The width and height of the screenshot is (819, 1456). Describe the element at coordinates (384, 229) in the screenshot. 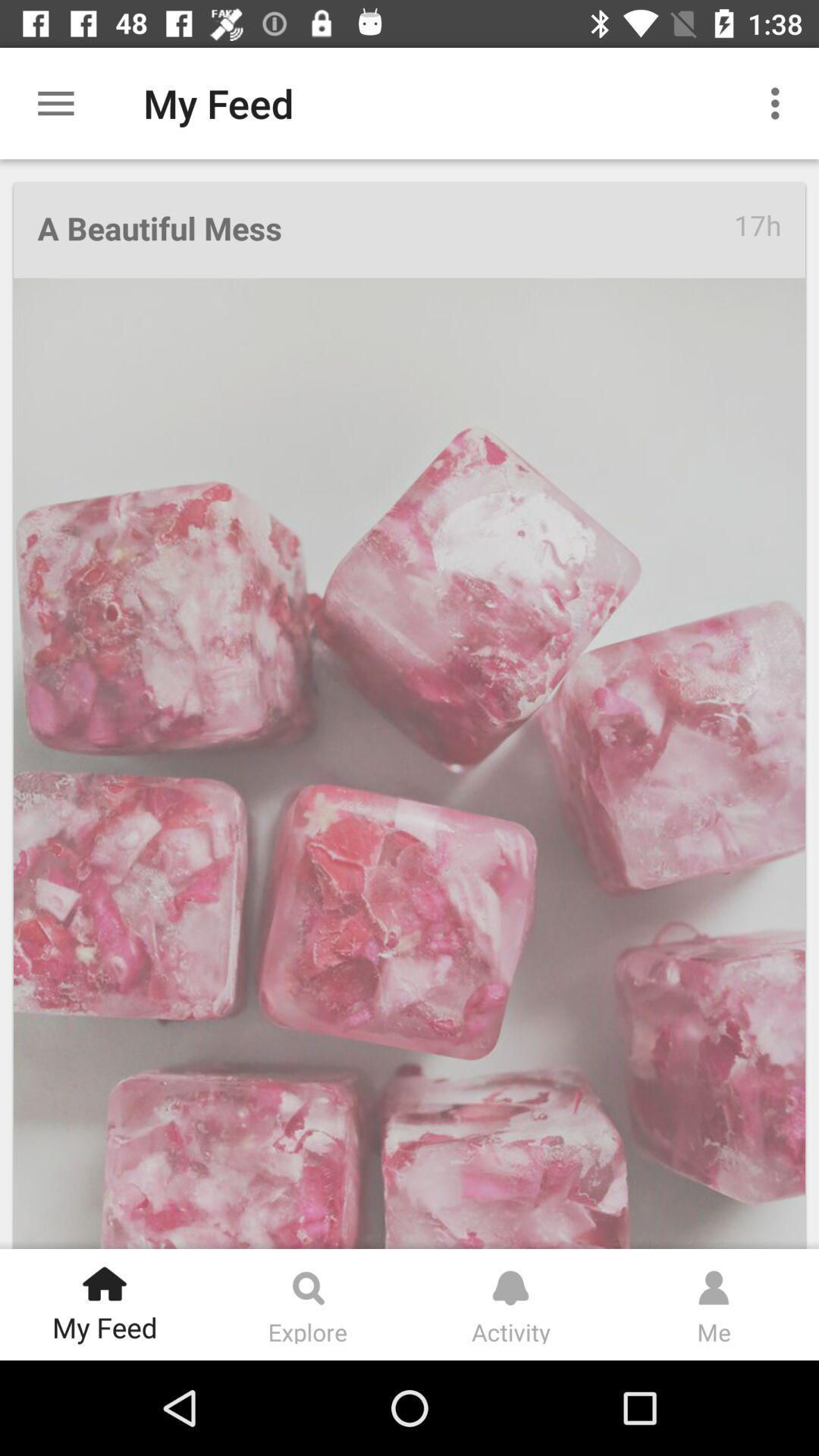

I see `icon at the top` at that location.